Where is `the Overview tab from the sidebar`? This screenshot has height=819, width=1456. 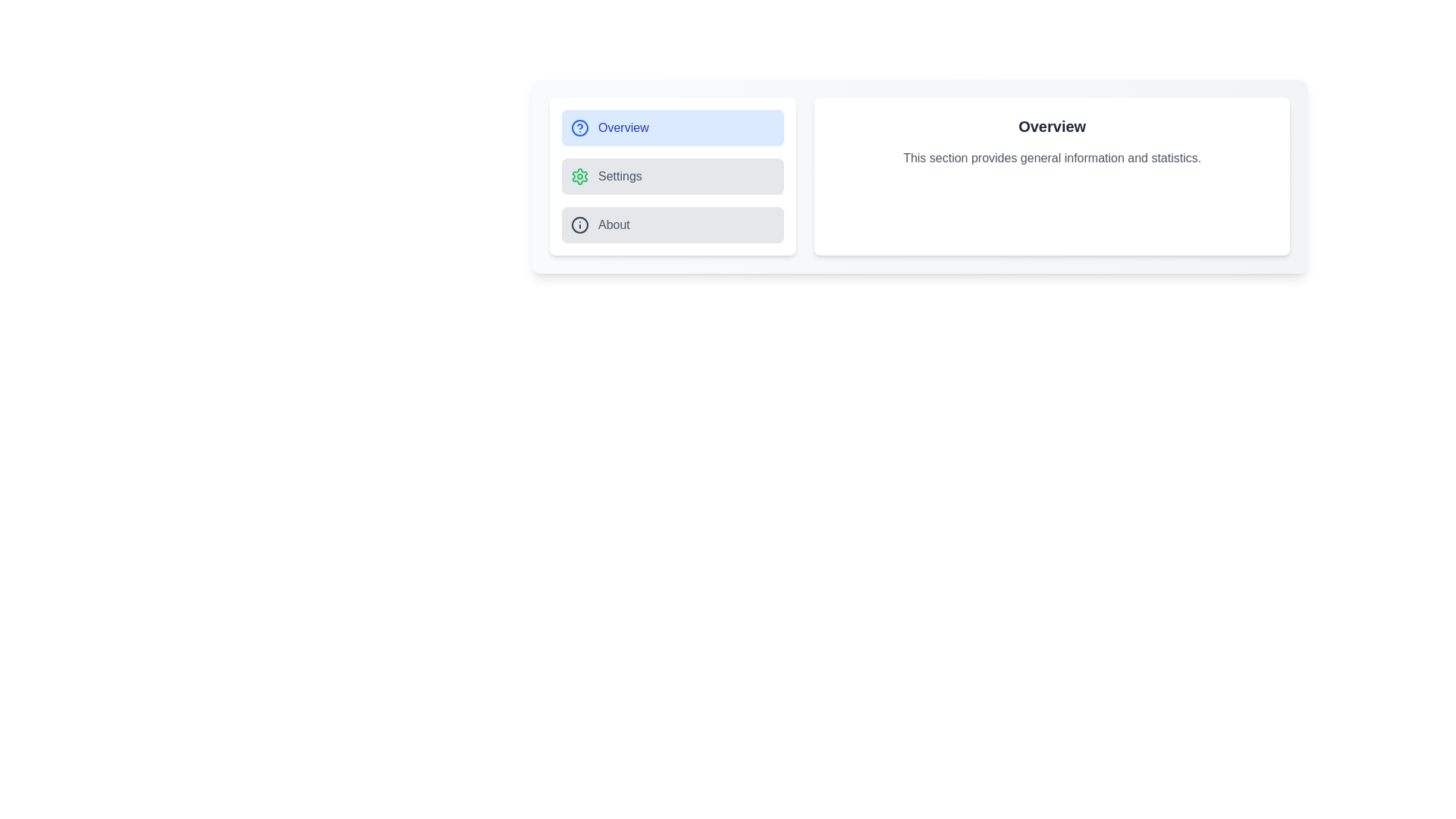 the Overview tab from the sidebar is located at coordinates (672, 127).